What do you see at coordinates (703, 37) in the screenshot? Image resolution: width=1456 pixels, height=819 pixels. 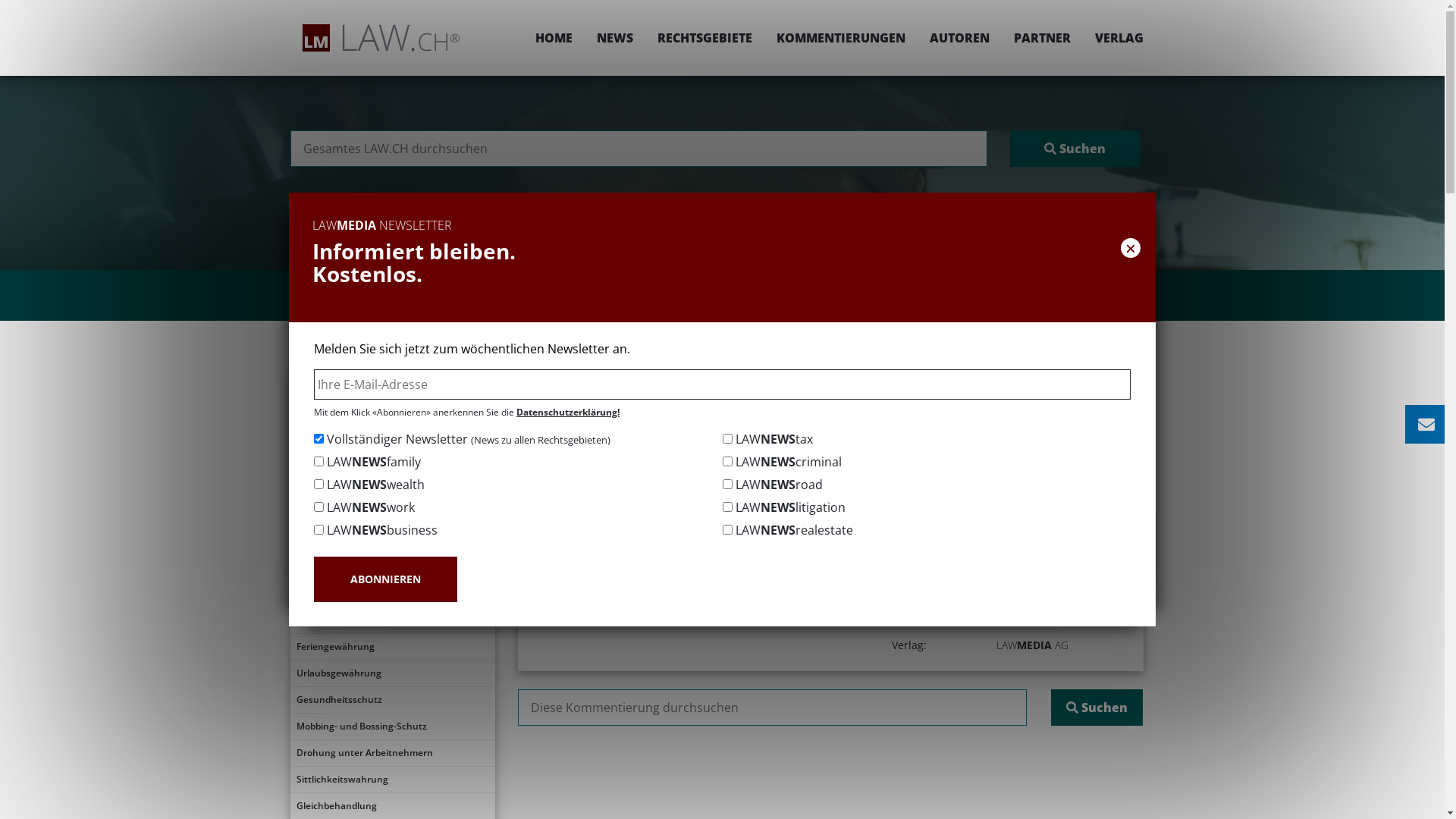 I see `'RECHTSGEBIETE'` at bounding box center [703, 37].